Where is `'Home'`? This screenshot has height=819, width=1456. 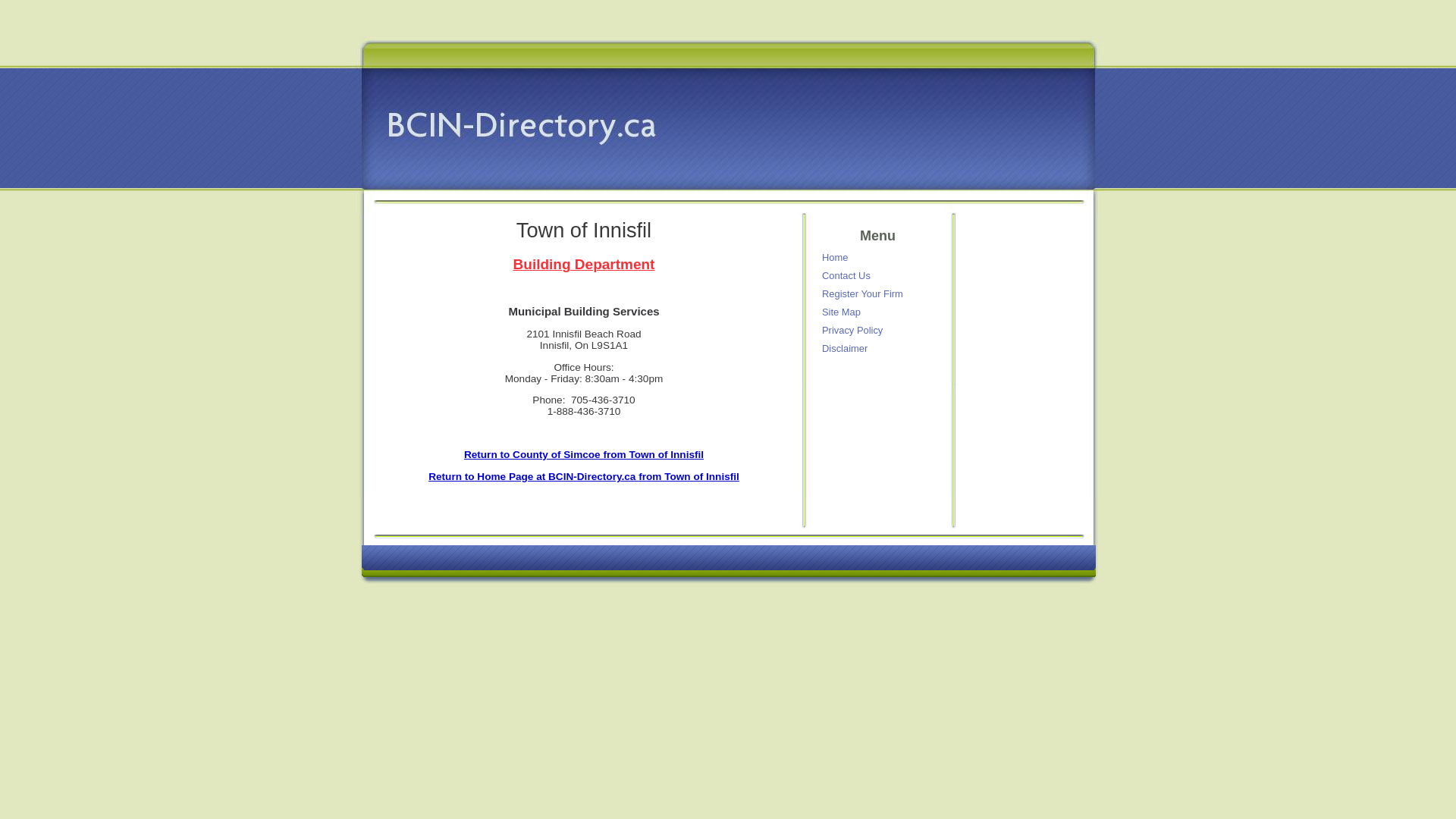 'Home' is located at coordinates (880, 256).